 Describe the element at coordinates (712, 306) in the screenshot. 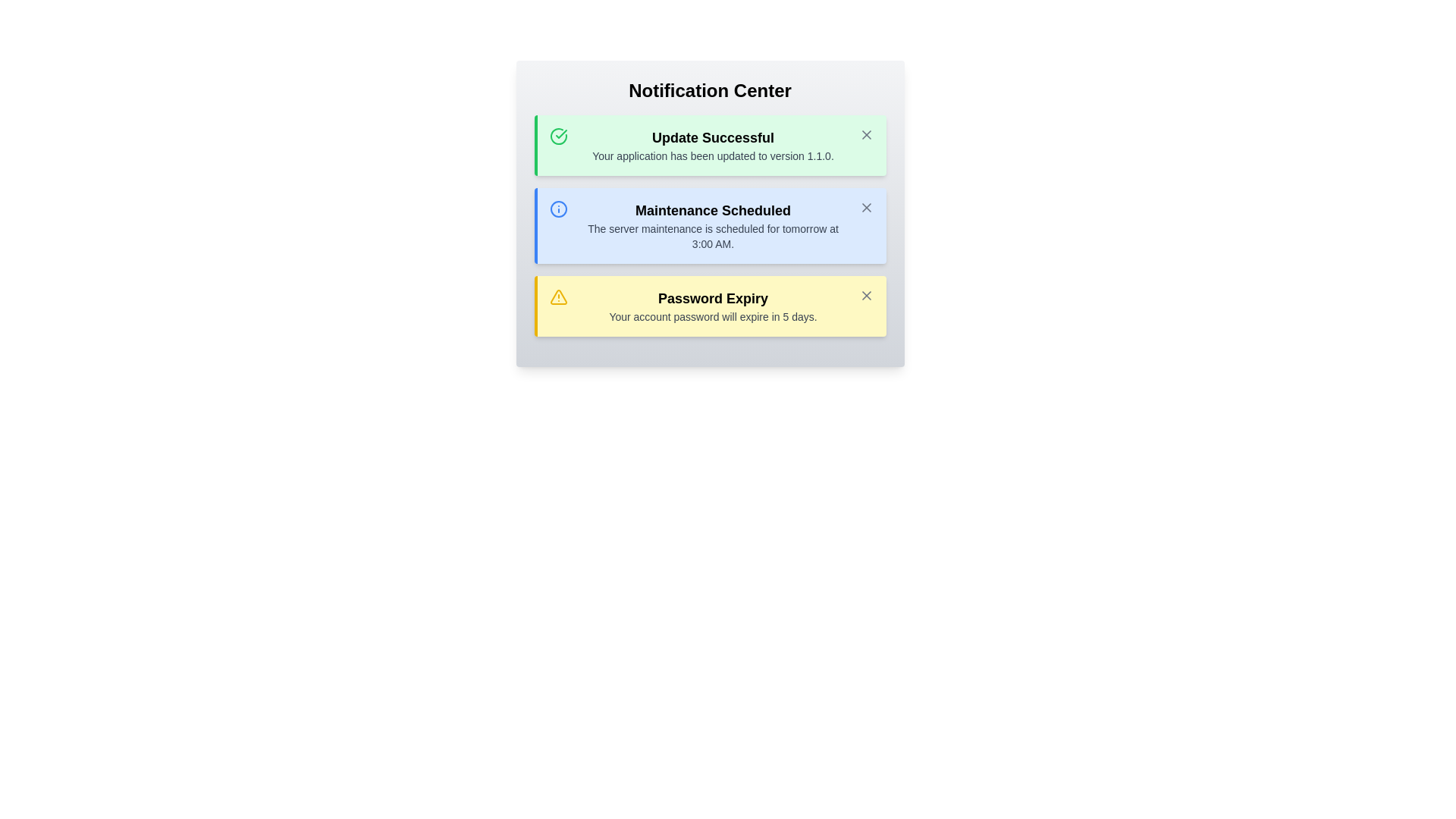

I see `the background styling of the notification panel containing the 'Password Expiry' text block, which features a yellow background with a left yellow border and rounded corners` at that location.